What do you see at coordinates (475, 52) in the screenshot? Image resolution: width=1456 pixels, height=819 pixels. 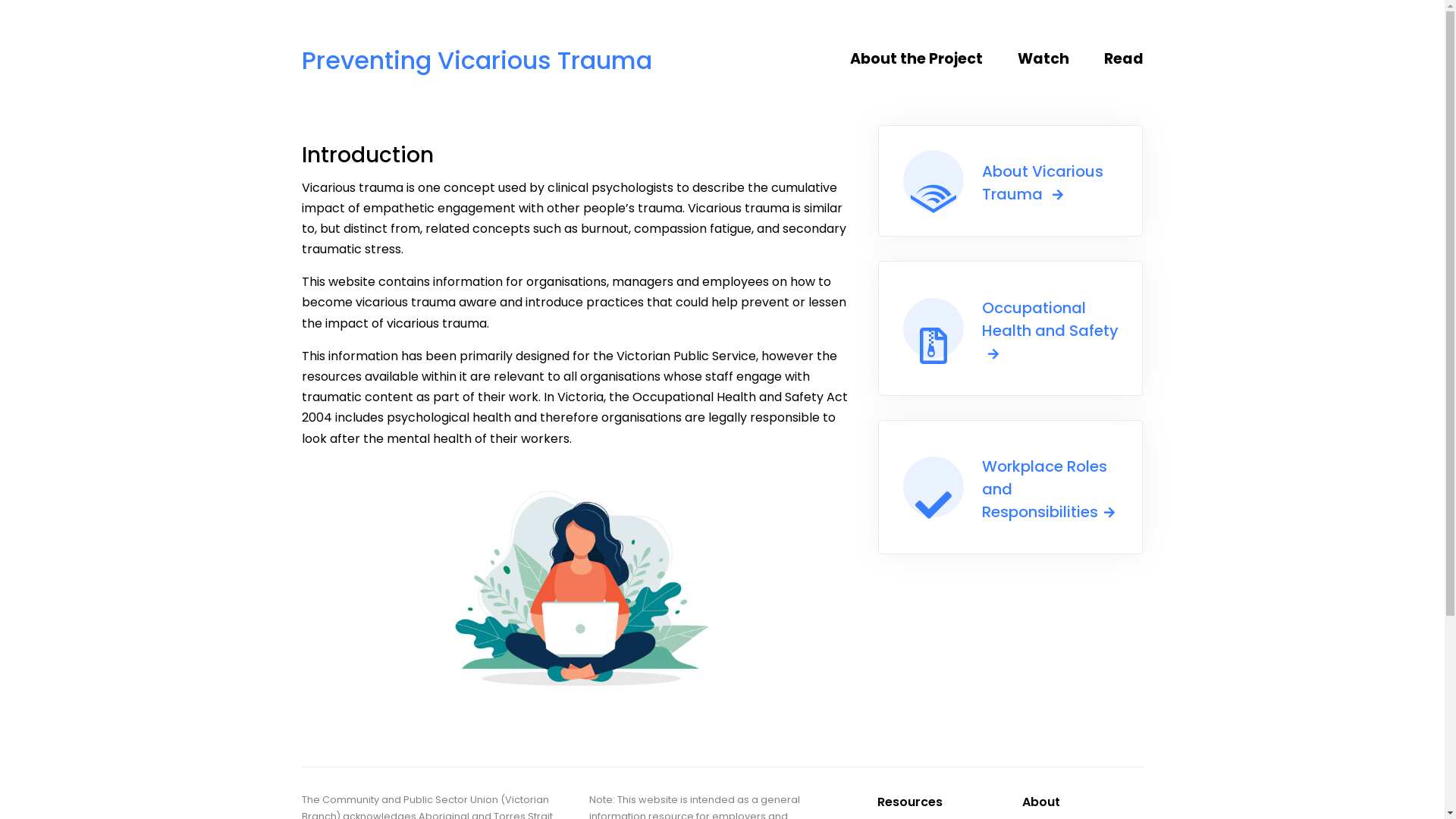 I see `'Preventing Vicarious Trauma'` at bounding box center [475, 52].